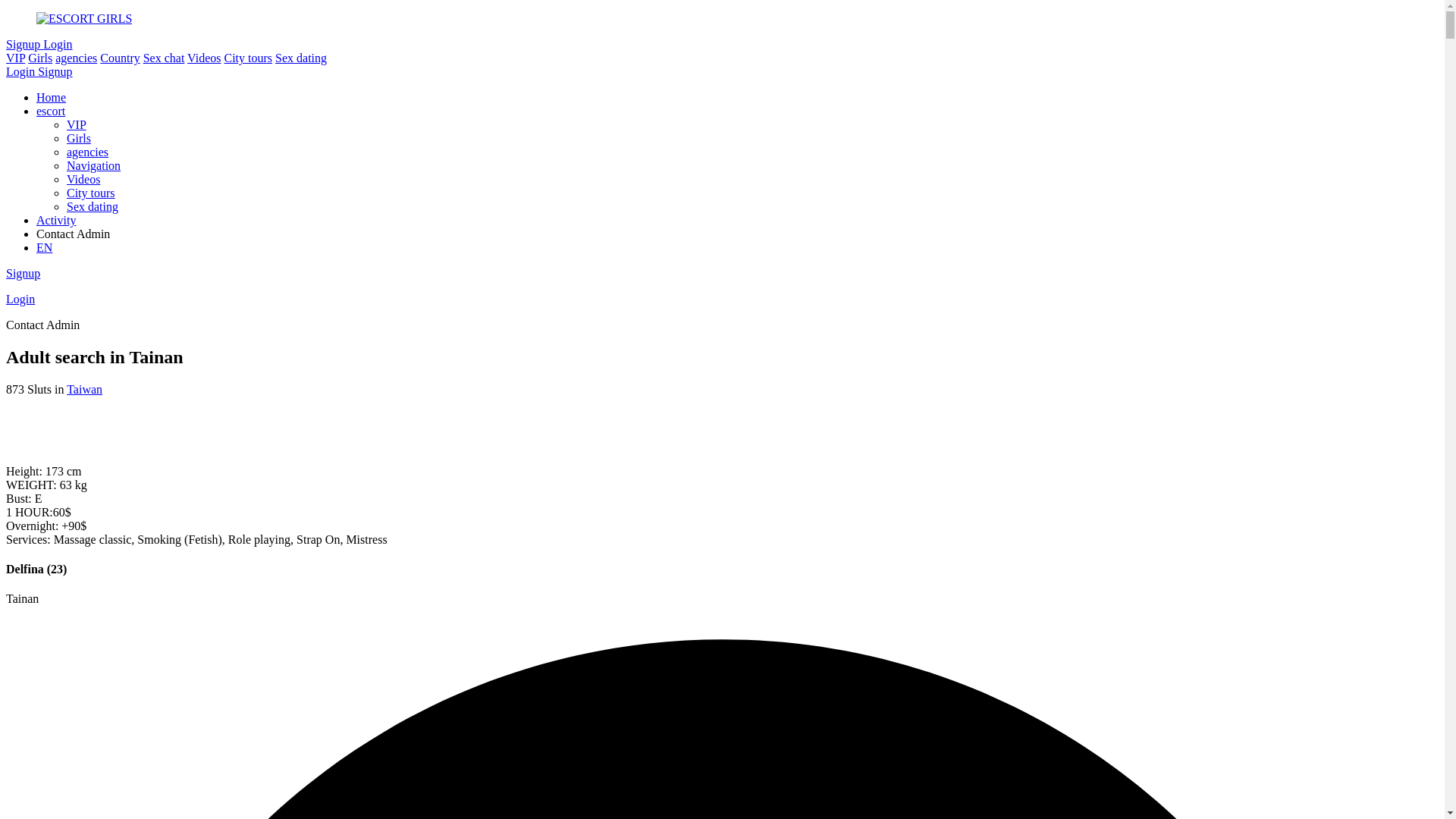 The width and height of the screenshot is (1456, 819). What do you see at coordinates (301, 57) in the screenshot?
I see `'Sex dating'` at bounding box center [301, 57].